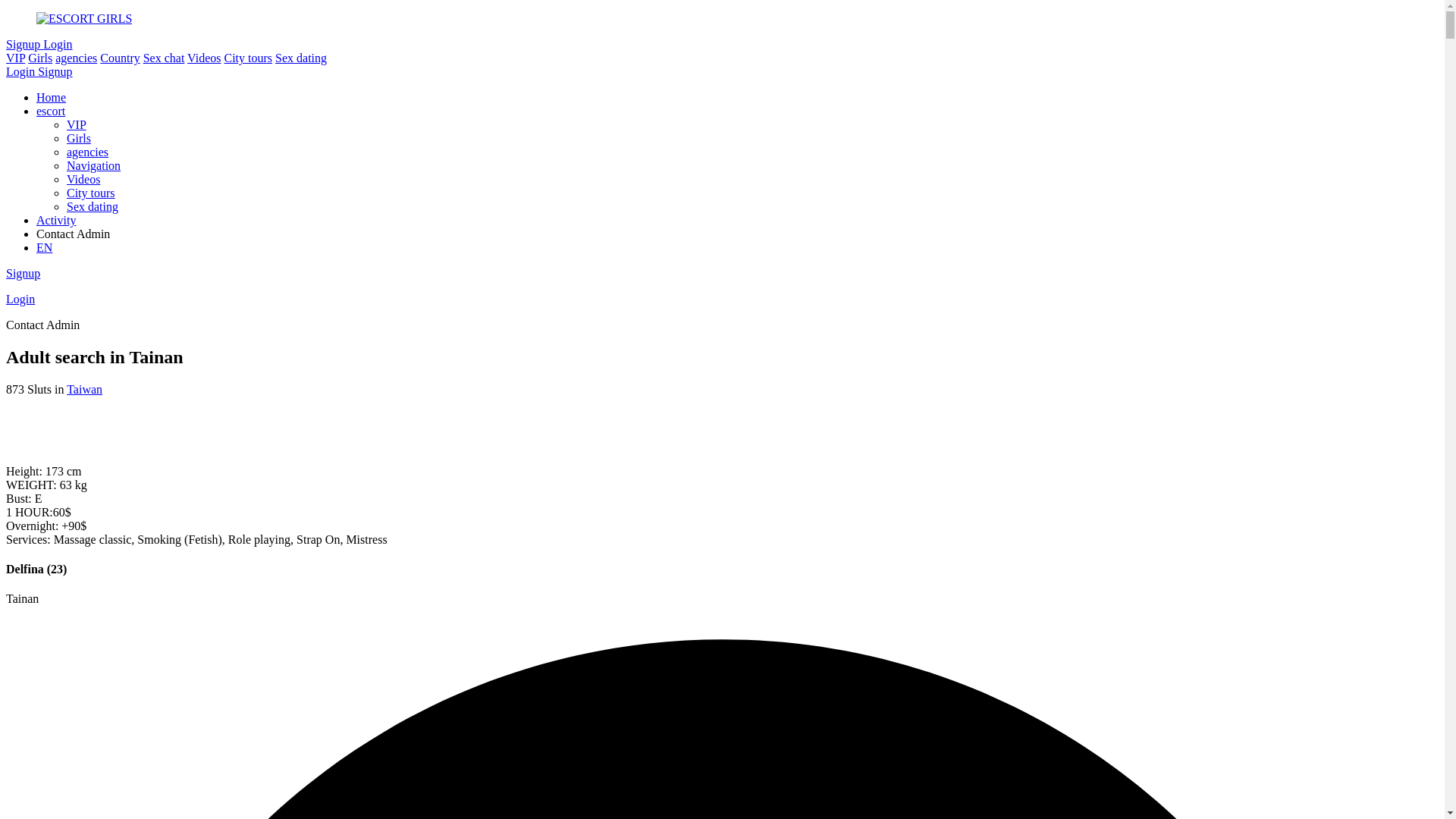 The width and height of the screenshot is (1456, 819). What do you see at coordinates (301, 57) in the screenshot?
I see `'Sex dating'` at bounding box center [301, 57].